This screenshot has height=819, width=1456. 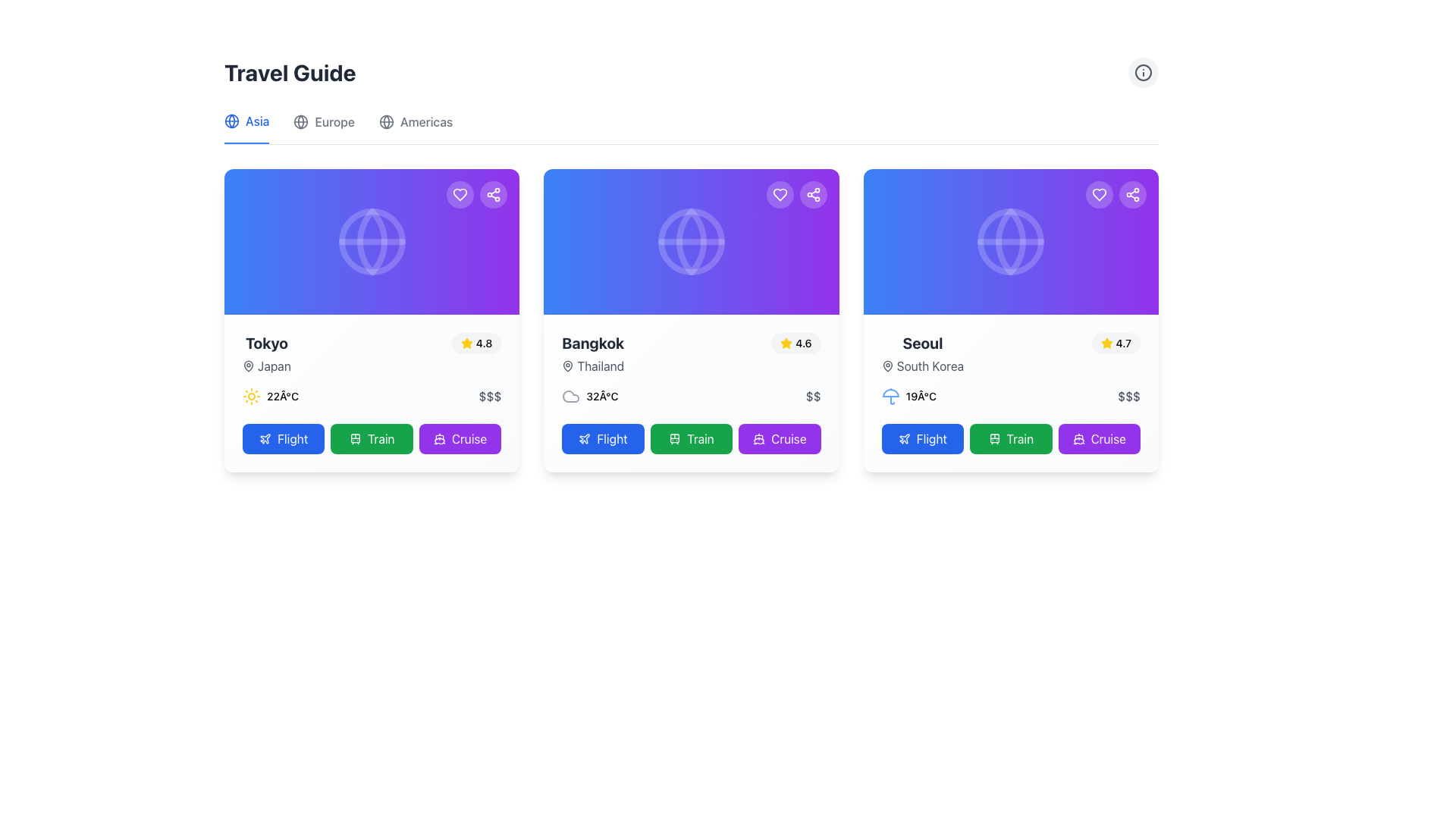 What do you see at coordinates (1143, 73) in the screenshot?
I see `the SVG graphical element in the top-right corner of the interface` at bounding box center [1143, 73].